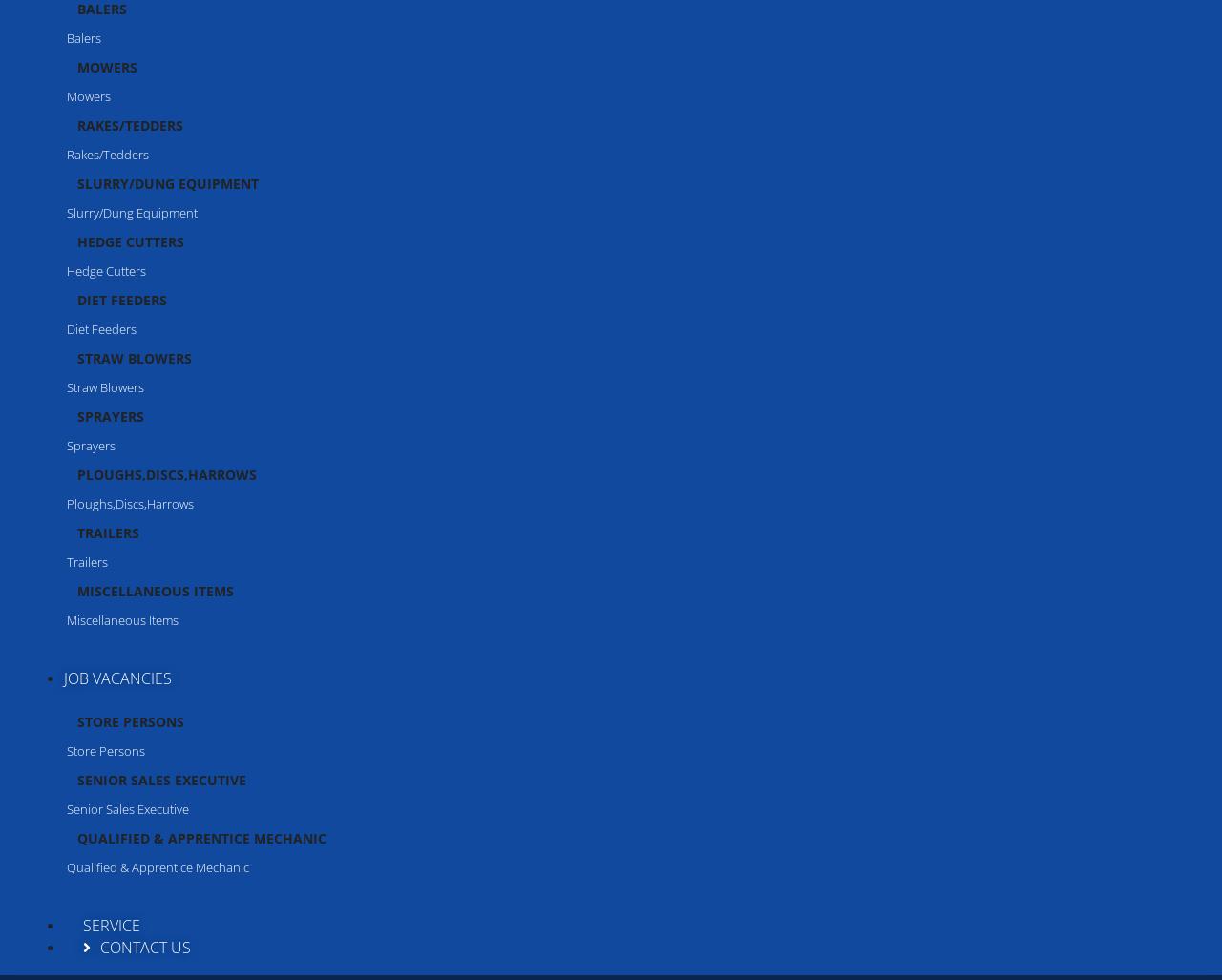 Image resolution: width=1222 pixels, height=980 pixels. I want to click on 'powered by', so click(28, 950).